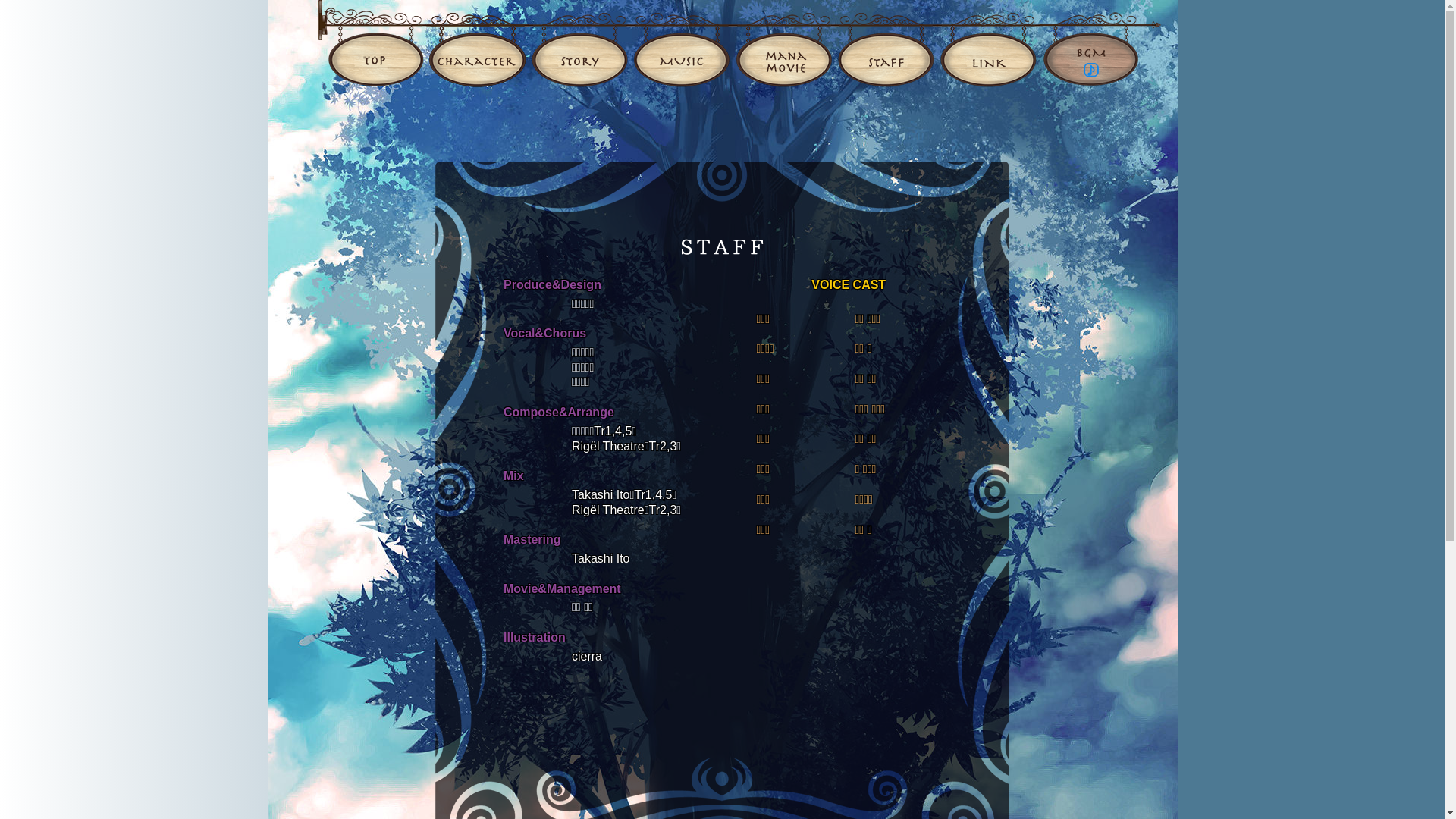  Describe the element at coordinates (578, 42) in the screenshot. I see `'STORY'` at that location.